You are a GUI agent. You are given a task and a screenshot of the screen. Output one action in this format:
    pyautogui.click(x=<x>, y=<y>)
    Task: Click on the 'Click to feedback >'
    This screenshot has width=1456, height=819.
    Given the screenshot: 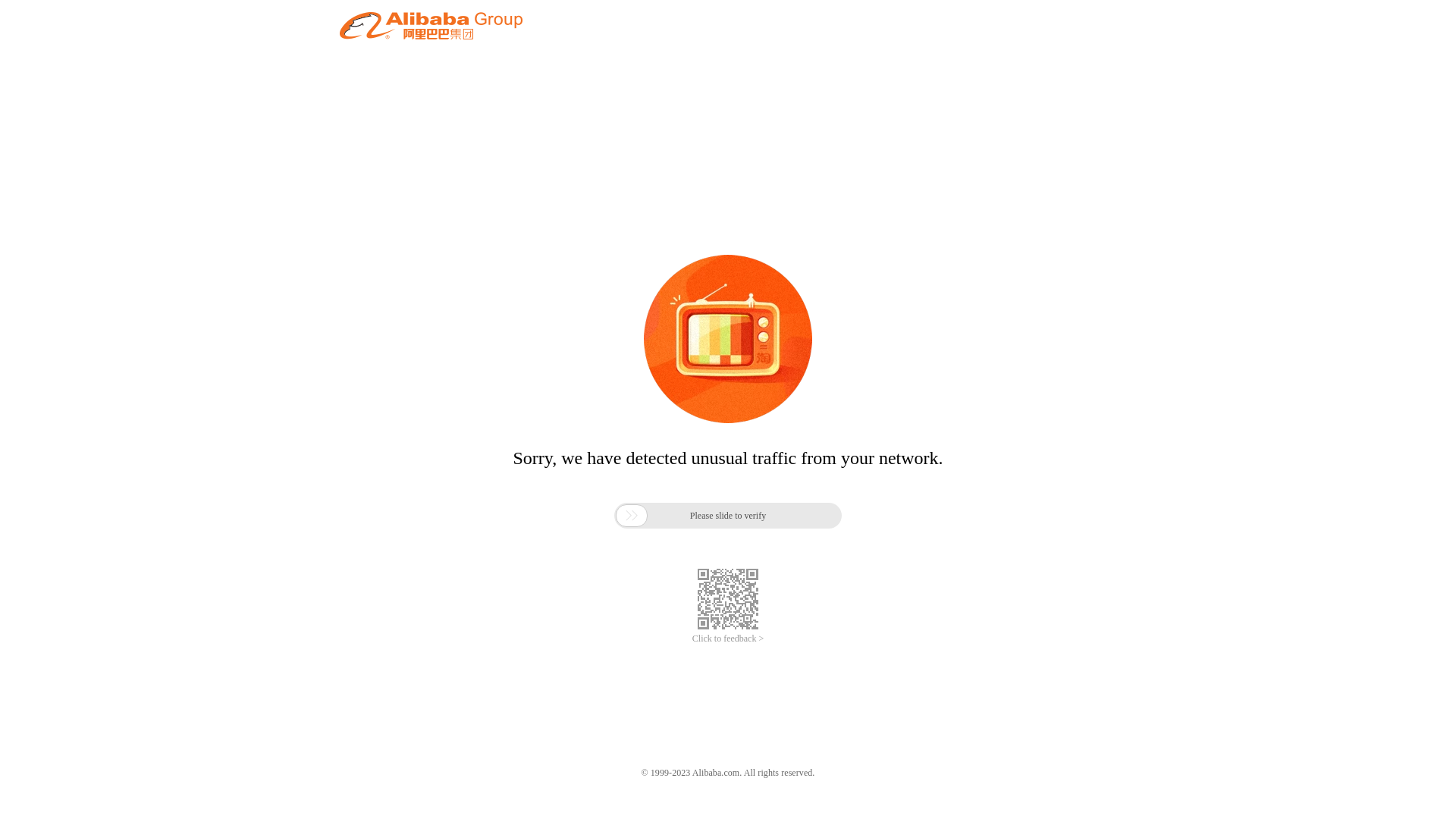 What is the action you would take?
    pyautogui.click(x=728, y=639)
    